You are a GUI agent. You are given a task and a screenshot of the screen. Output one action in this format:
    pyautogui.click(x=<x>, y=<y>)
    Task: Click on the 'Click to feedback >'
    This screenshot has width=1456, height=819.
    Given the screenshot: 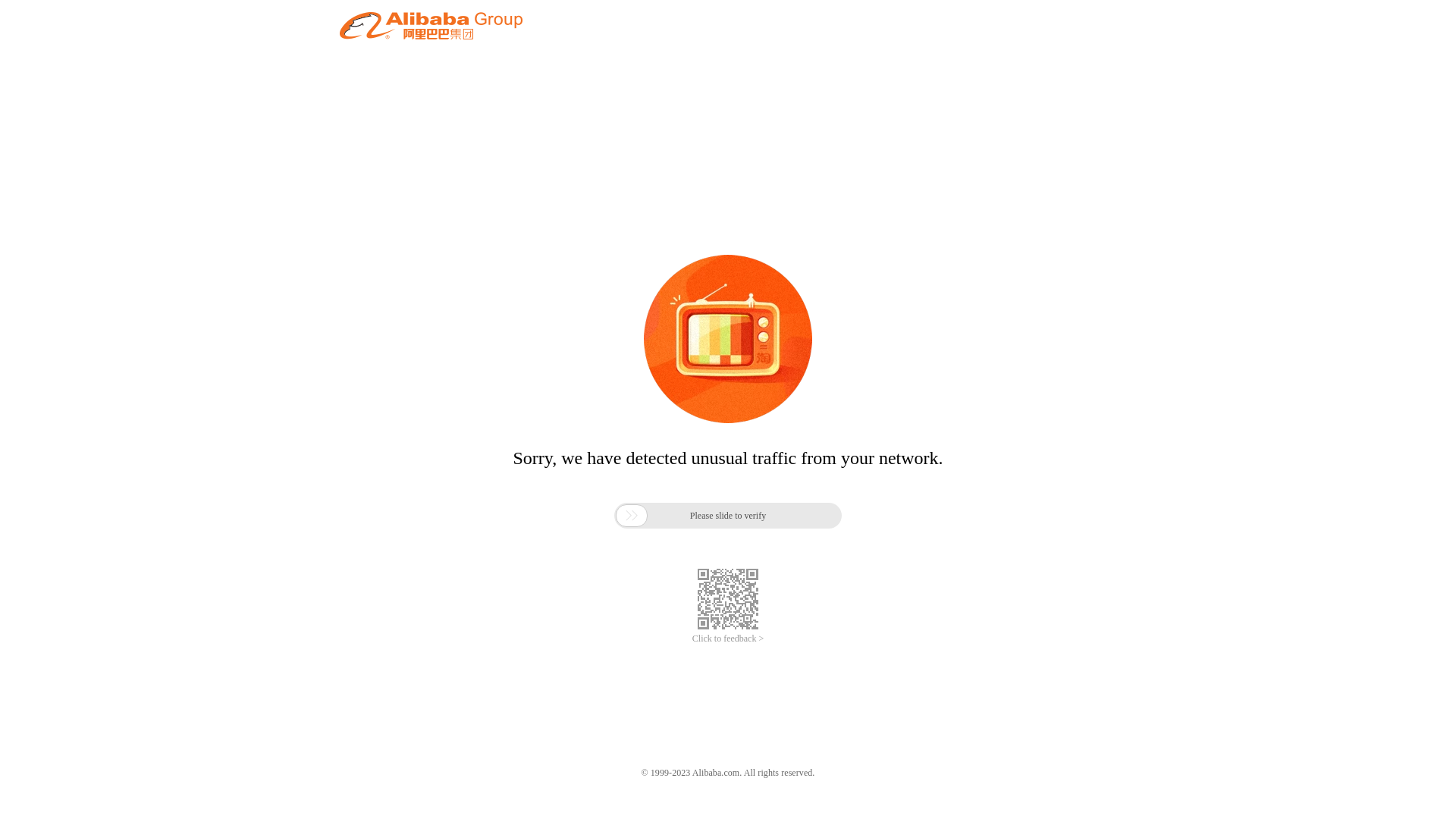 What is the action you would take?
    pyautogui.click(x=728, y=639)
    